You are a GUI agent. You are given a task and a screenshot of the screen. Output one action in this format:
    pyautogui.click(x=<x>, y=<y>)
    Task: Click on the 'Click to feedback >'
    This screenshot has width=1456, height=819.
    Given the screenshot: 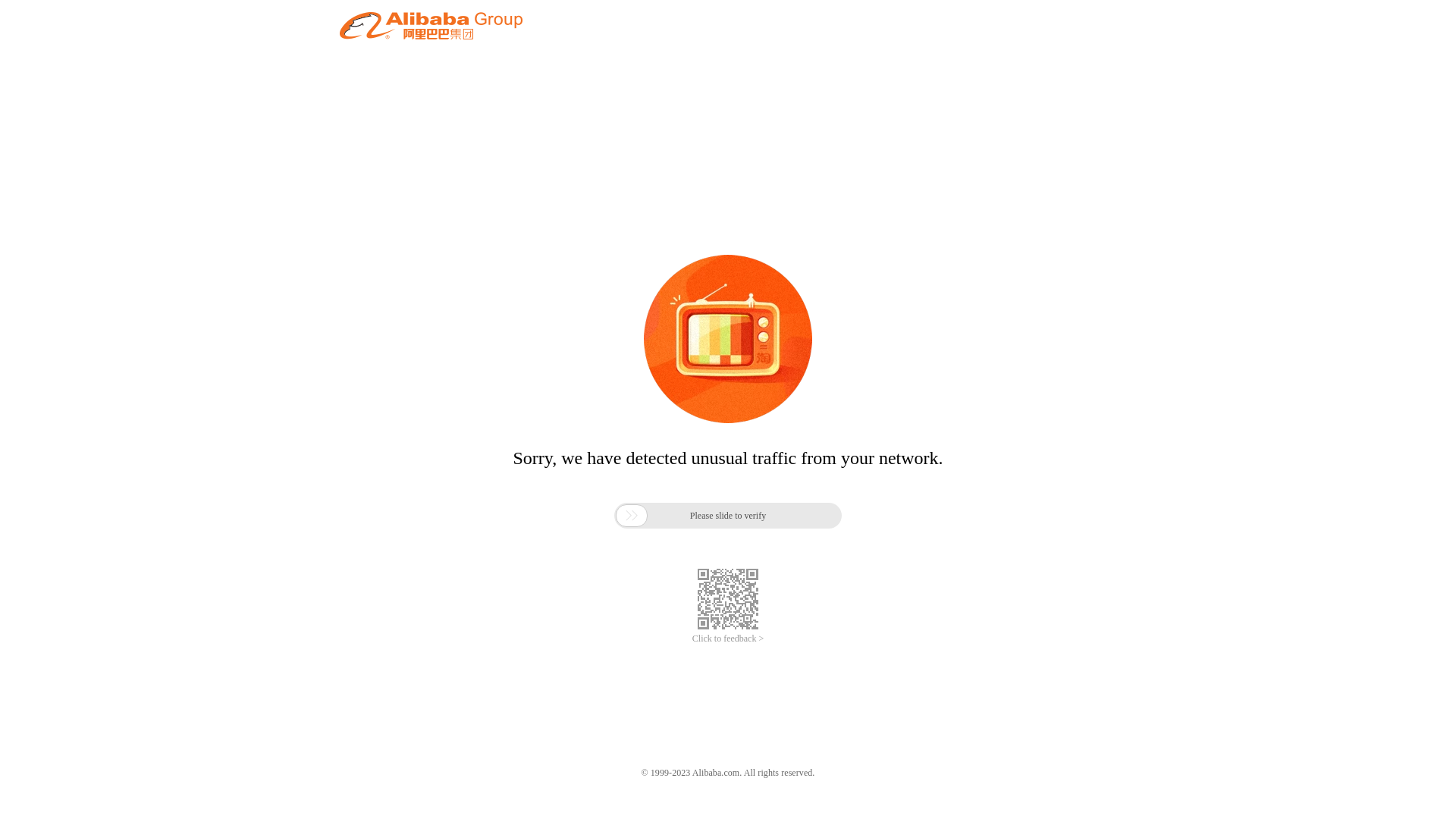 What is the action you would take?
    pyautogui.click(x=728, y=639)
    